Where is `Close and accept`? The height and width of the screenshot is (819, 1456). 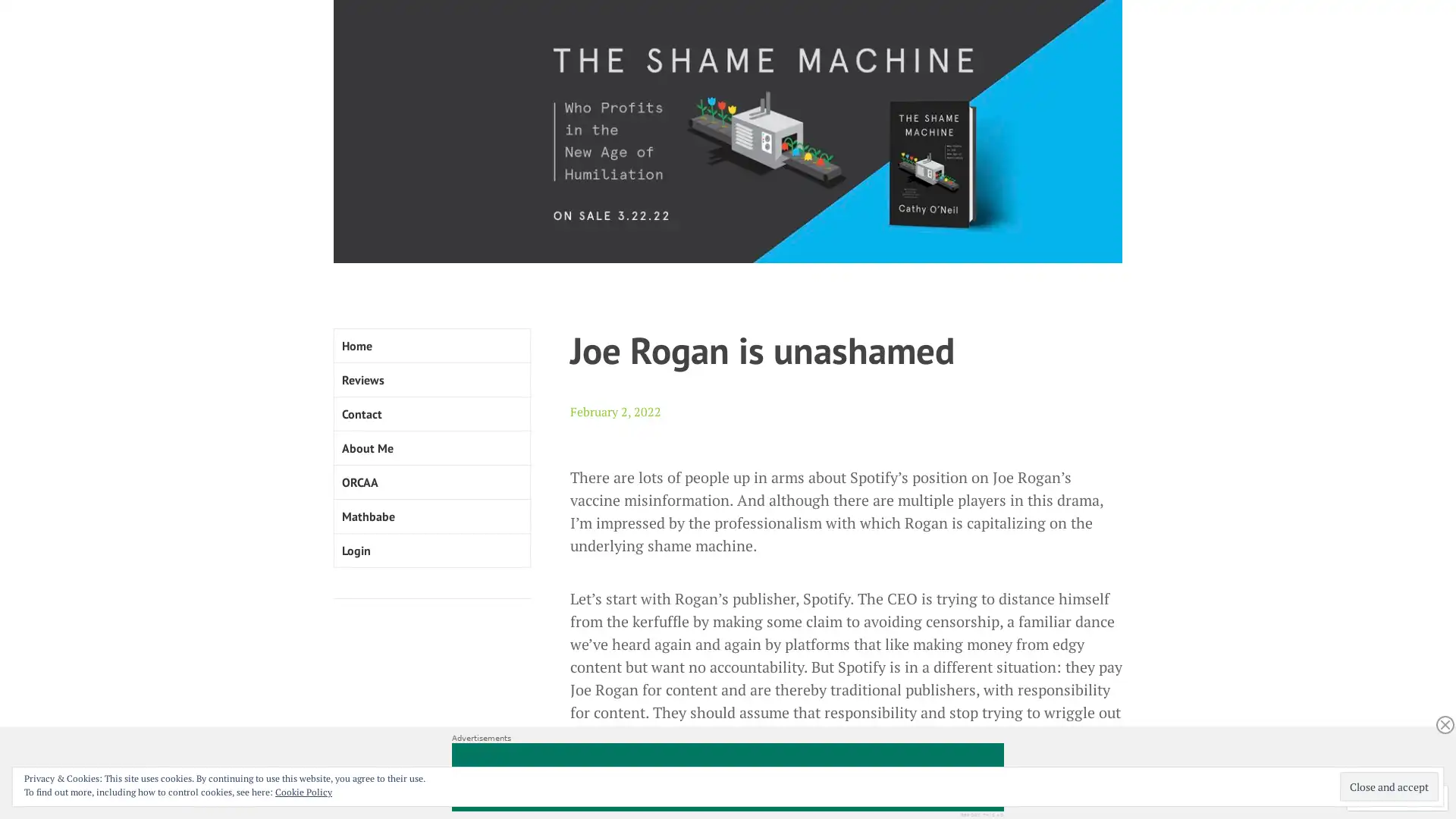 Close and accept is located at coordinates (1389, 786).